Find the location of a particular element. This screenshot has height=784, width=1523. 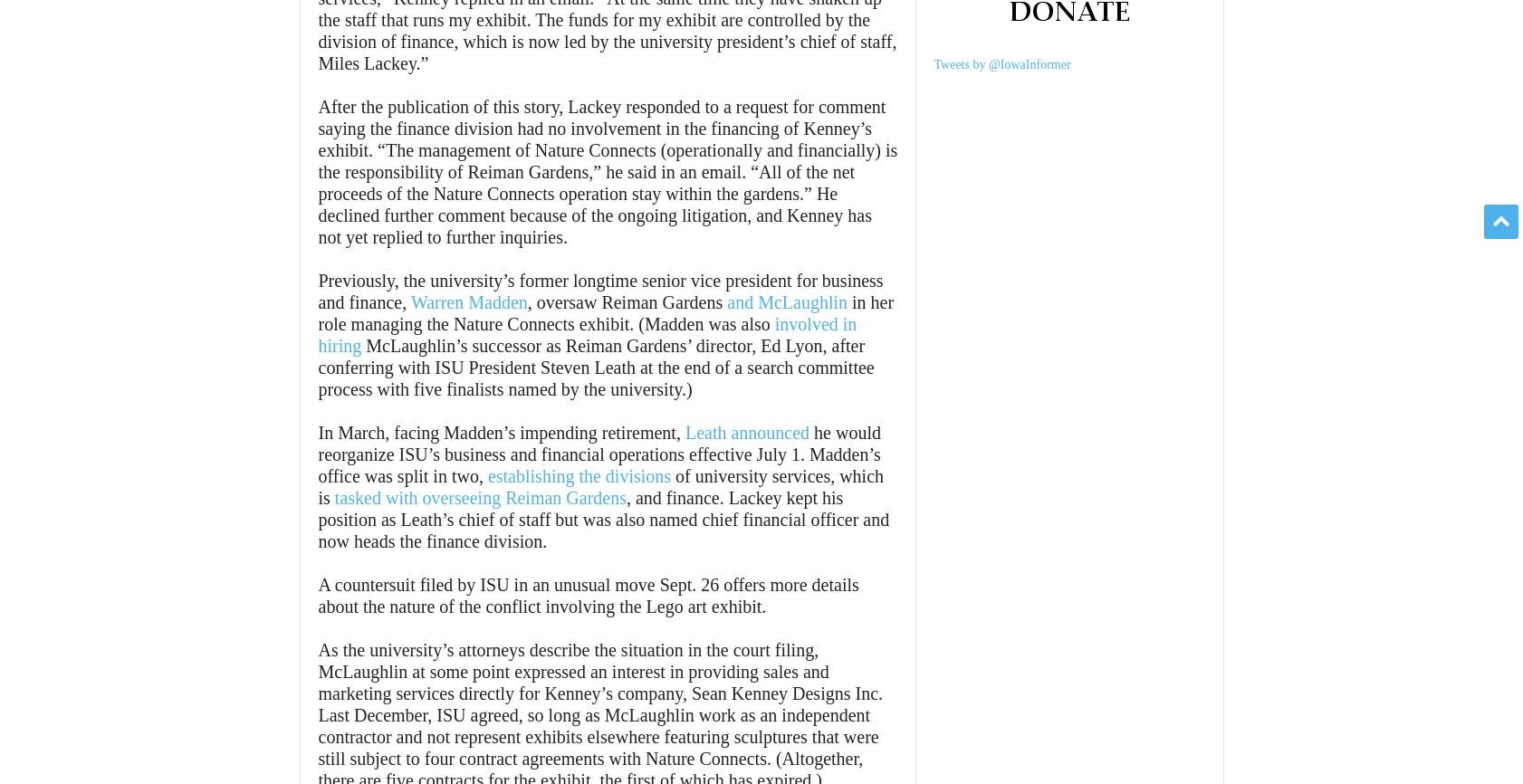

'establishing the divisions' is located at coordinates (487, 476).